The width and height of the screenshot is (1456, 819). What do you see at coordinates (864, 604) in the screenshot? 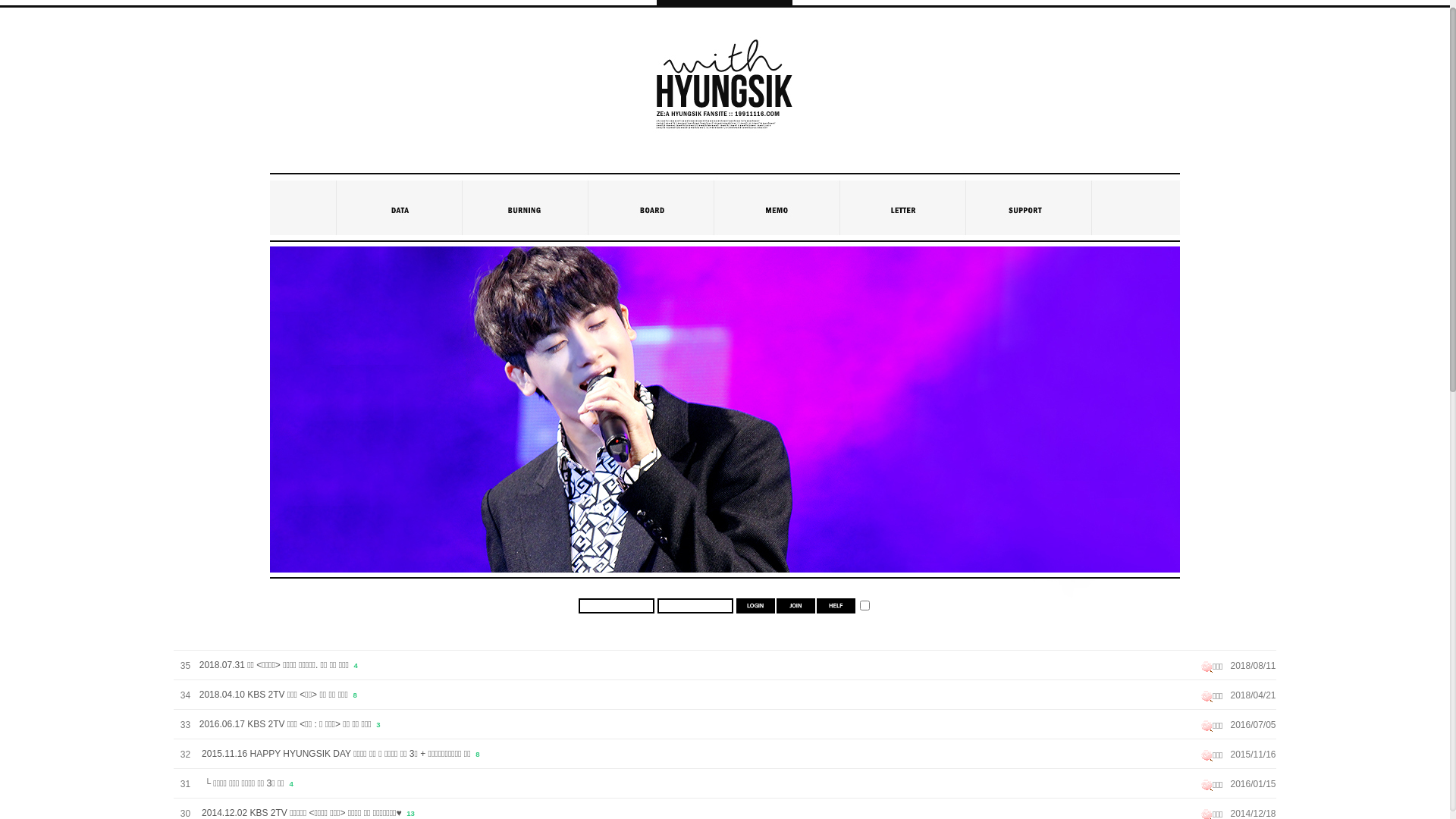
I see `'1'` at bounding box center [864, 604].